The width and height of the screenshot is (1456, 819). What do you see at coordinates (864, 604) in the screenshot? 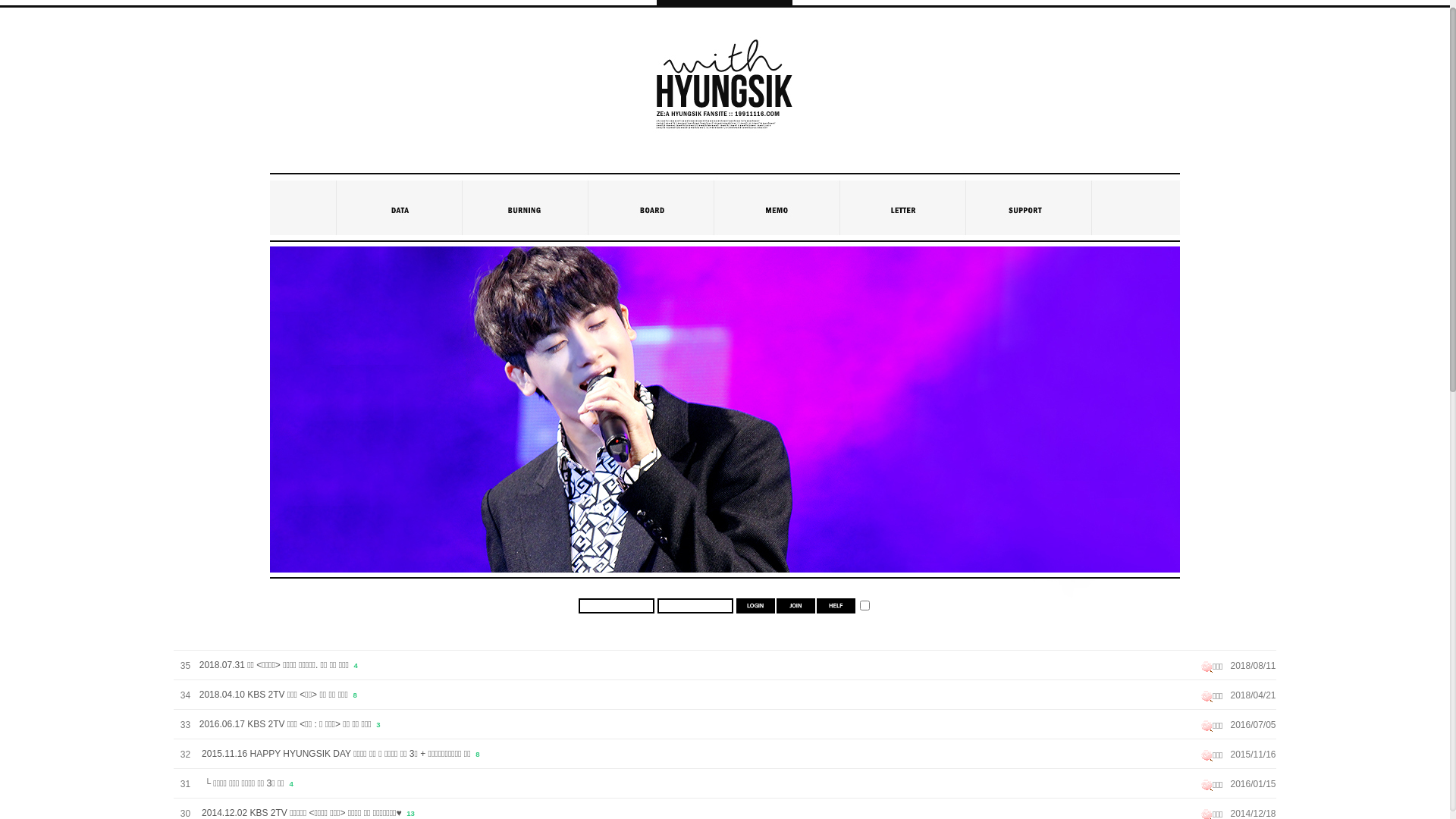
I see `'1'` at bounding box center [864, 604].